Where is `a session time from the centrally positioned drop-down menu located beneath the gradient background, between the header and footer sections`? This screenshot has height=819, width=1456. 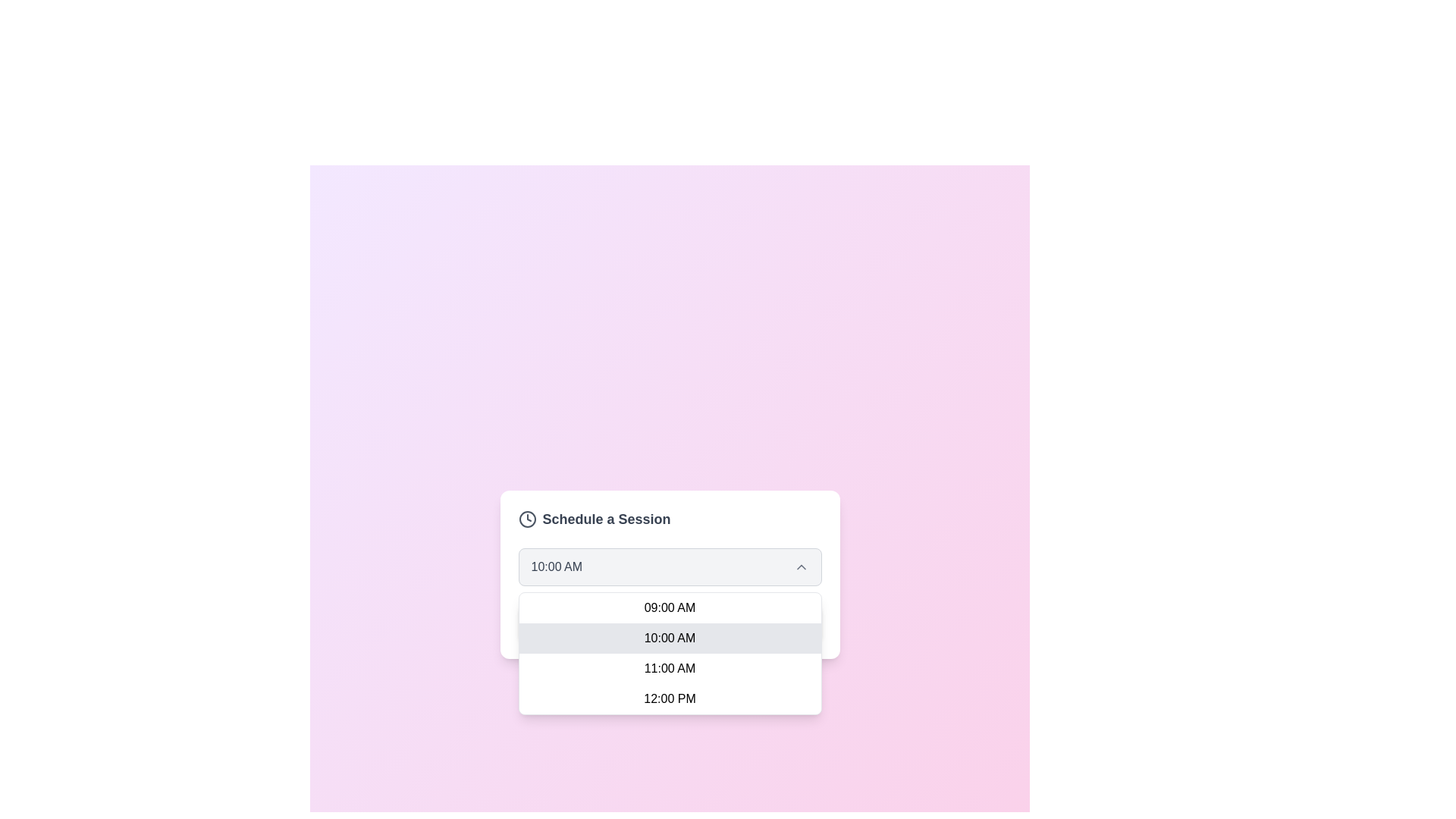
a session time from the centrally positioned drop-down menu located beneath the gradient background, between the header and footer sections is located at coordinates (669, 575).